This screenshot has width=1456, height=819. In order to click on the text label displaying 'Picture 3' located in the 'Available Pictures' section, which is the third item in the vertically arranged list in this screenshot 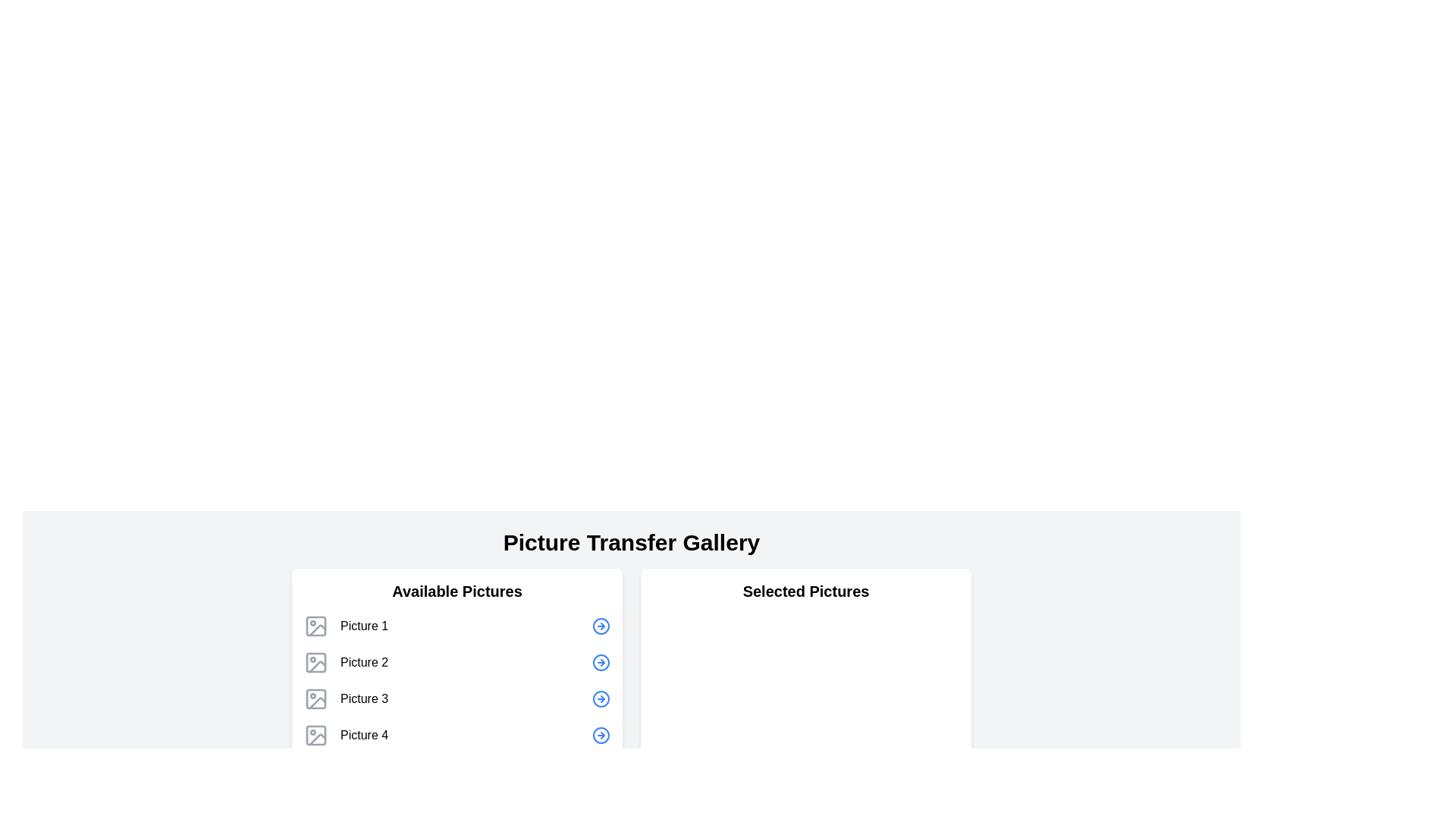, I will do `click(364, 698)`.